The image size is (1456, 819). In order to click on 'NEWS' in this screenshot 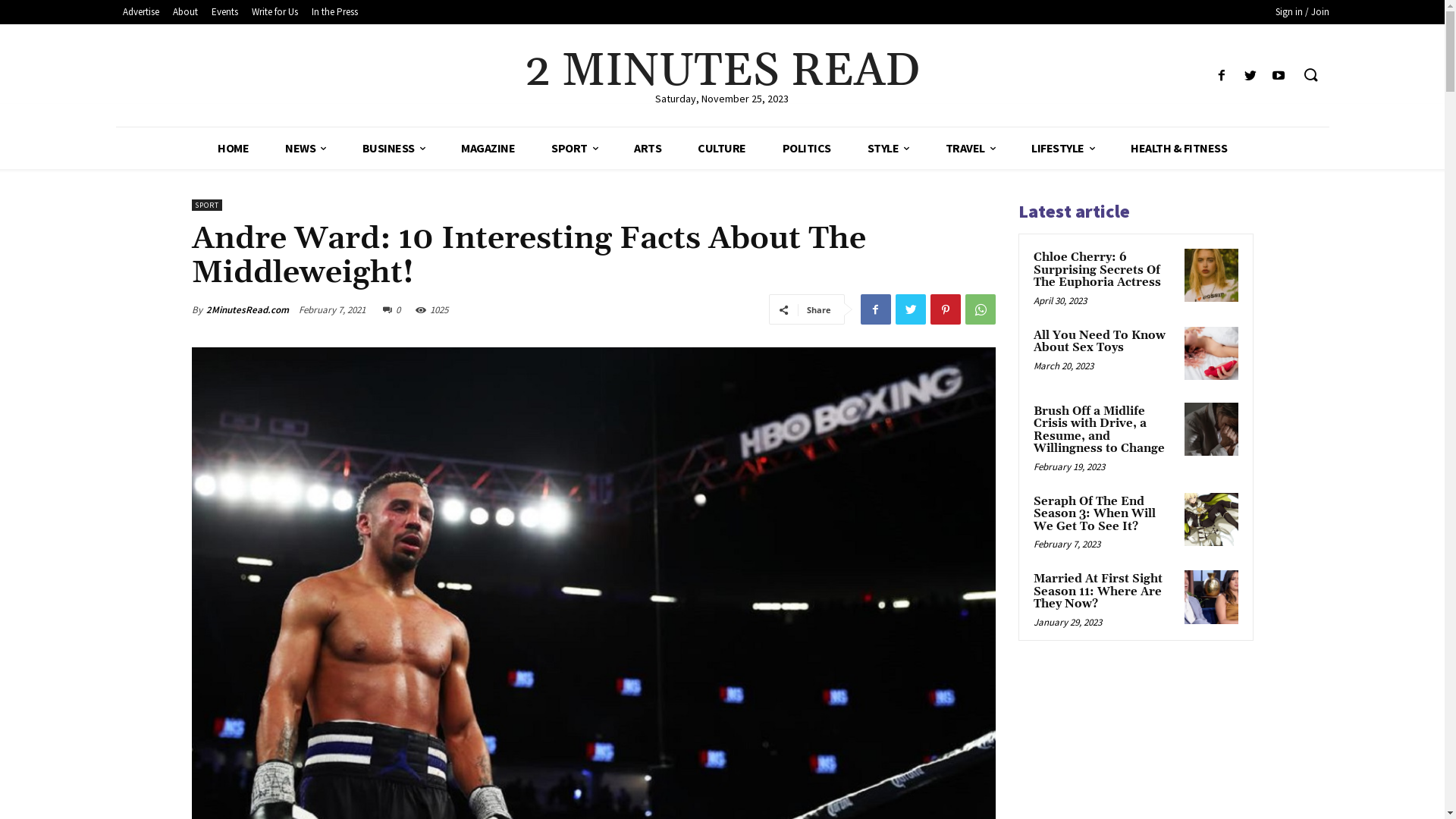, I will do `click(305, 148)`.